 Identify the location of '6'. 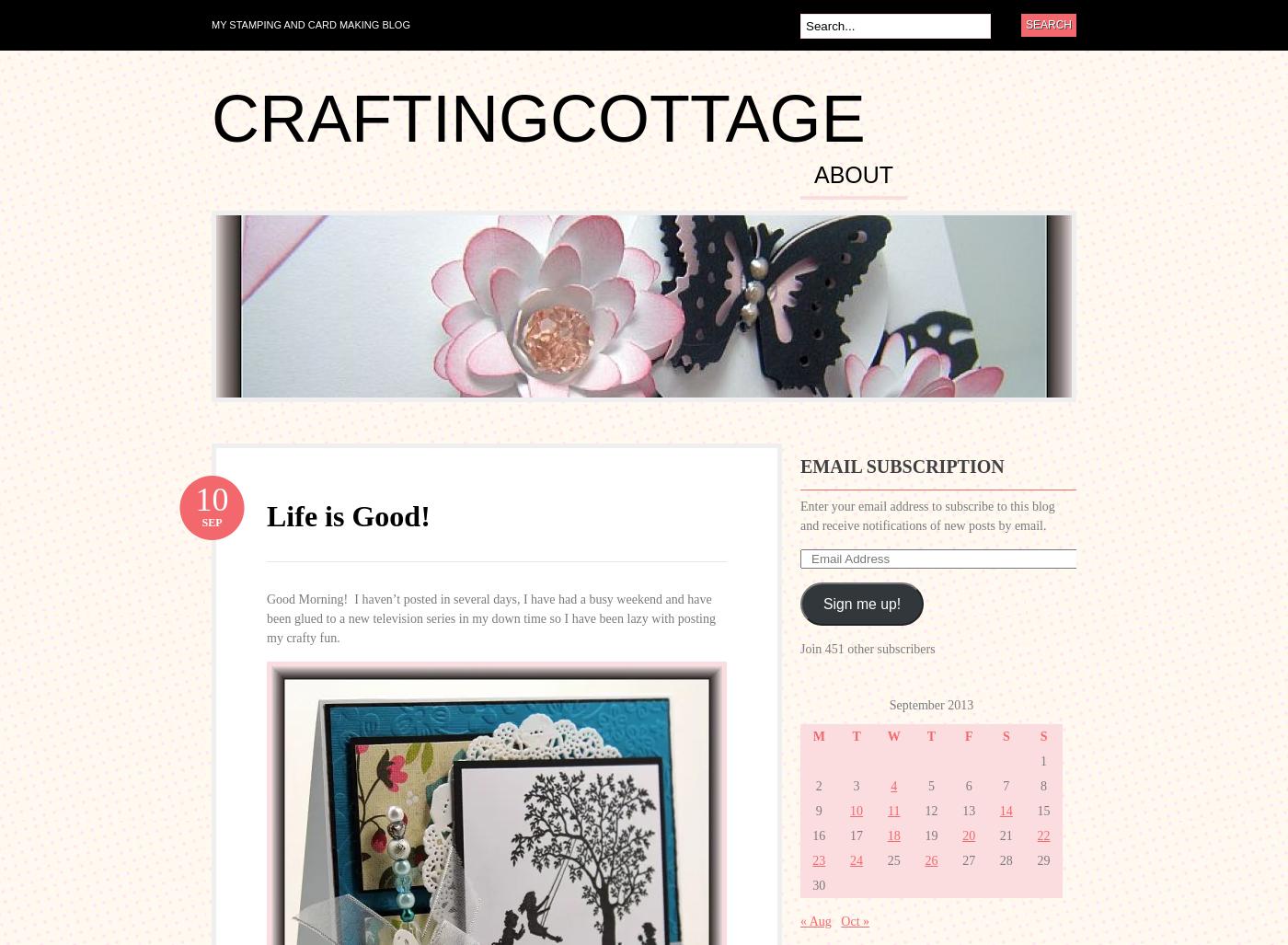
(968, 786).